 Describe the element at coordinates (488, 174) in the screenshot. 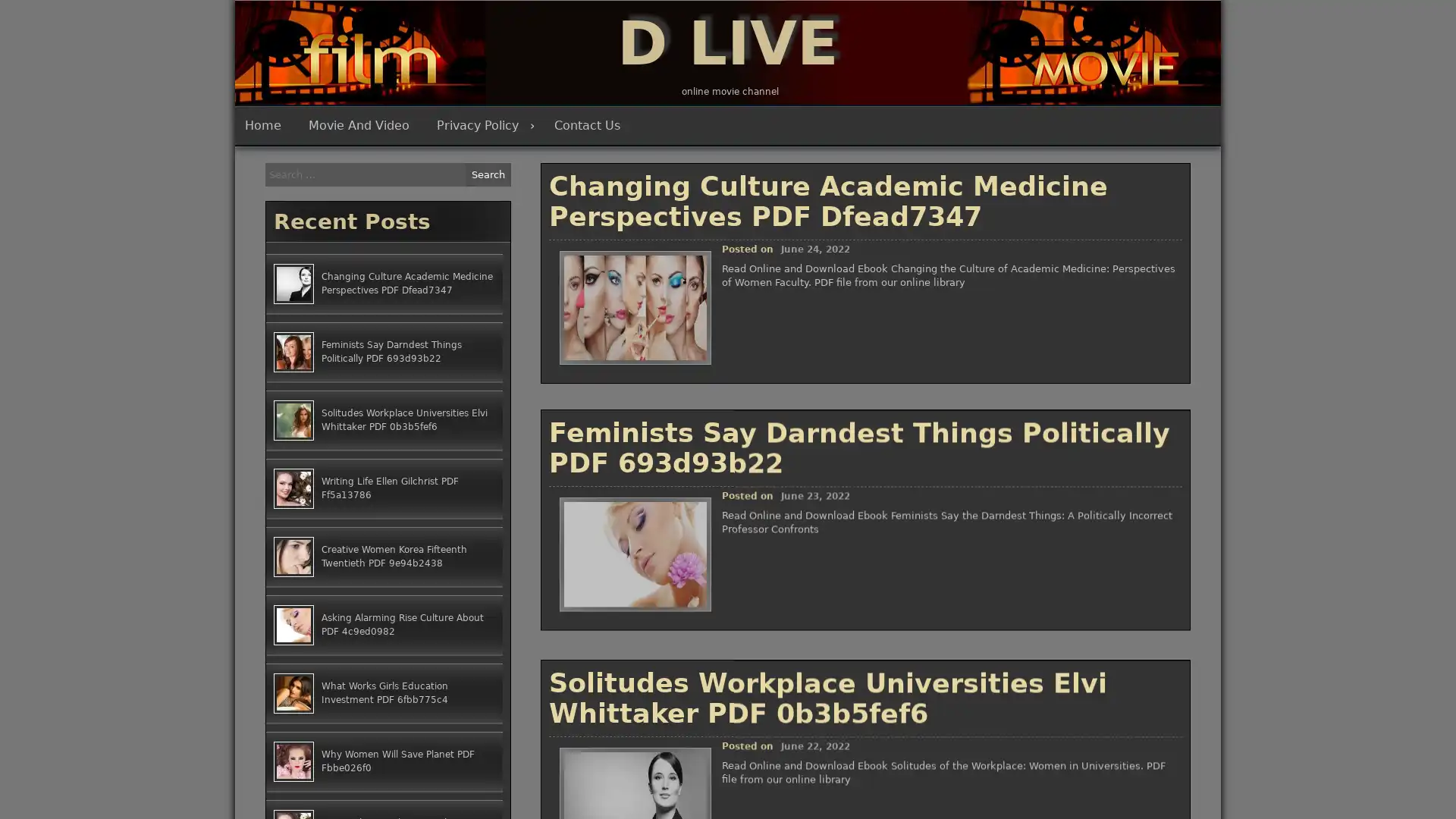

I see `Search` at that location.